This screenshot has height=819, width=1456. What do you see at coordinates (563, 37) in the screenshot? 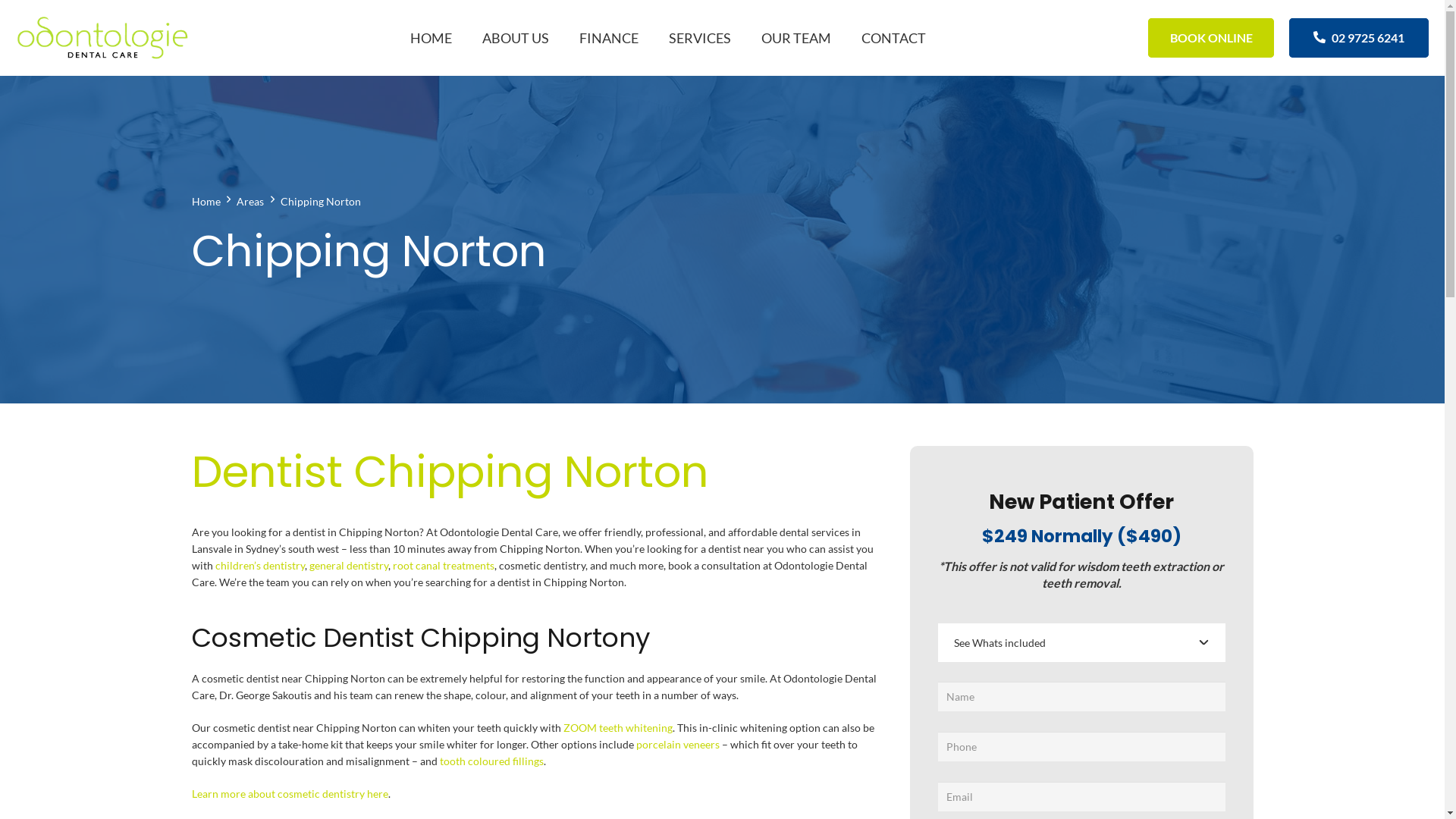
I see `'FINANCE'` at bounding box center [563, 37].